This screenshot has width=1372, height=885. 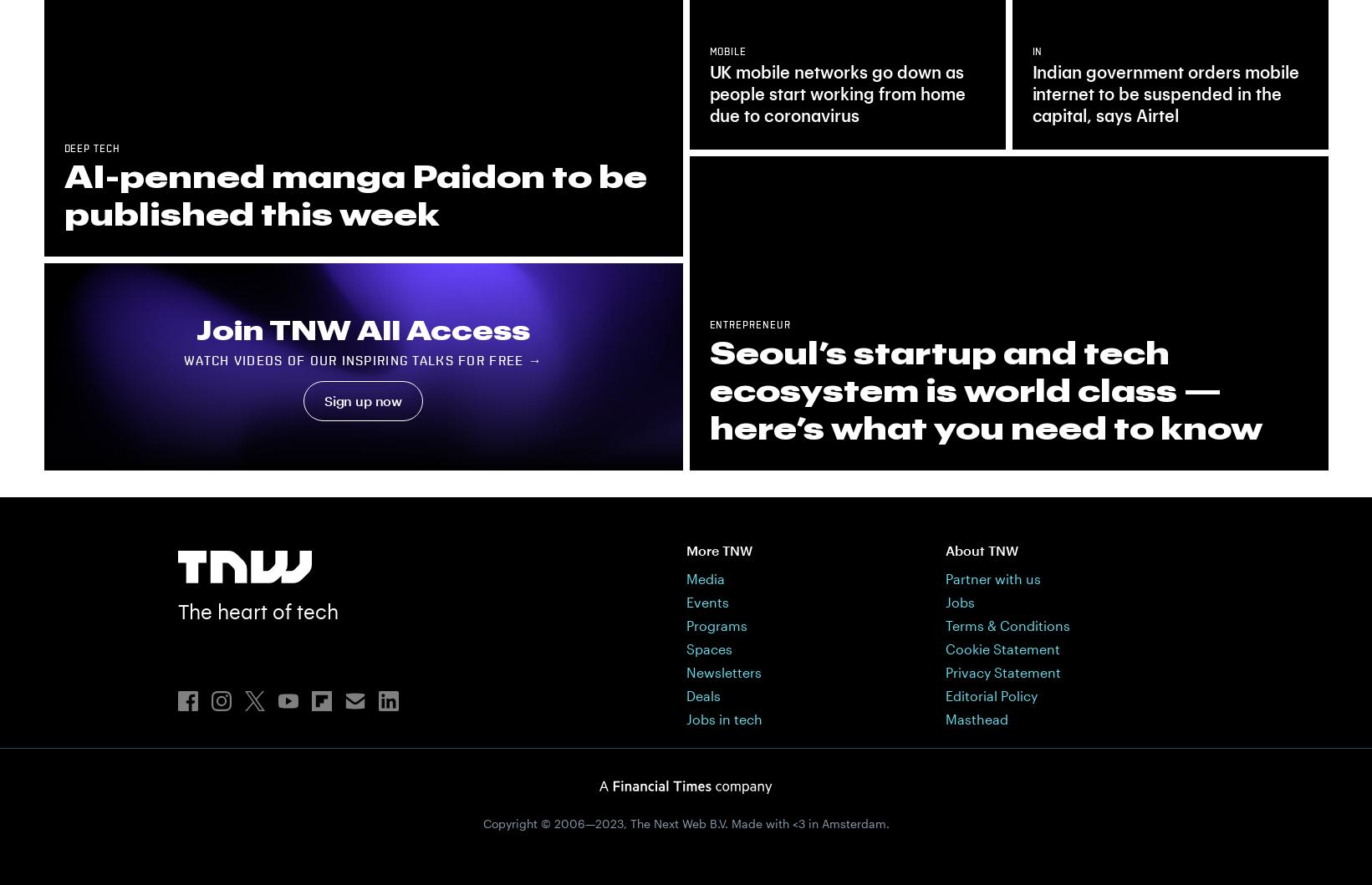 I want to click on 'Cookie Statement', so click(x=1002, y=647).